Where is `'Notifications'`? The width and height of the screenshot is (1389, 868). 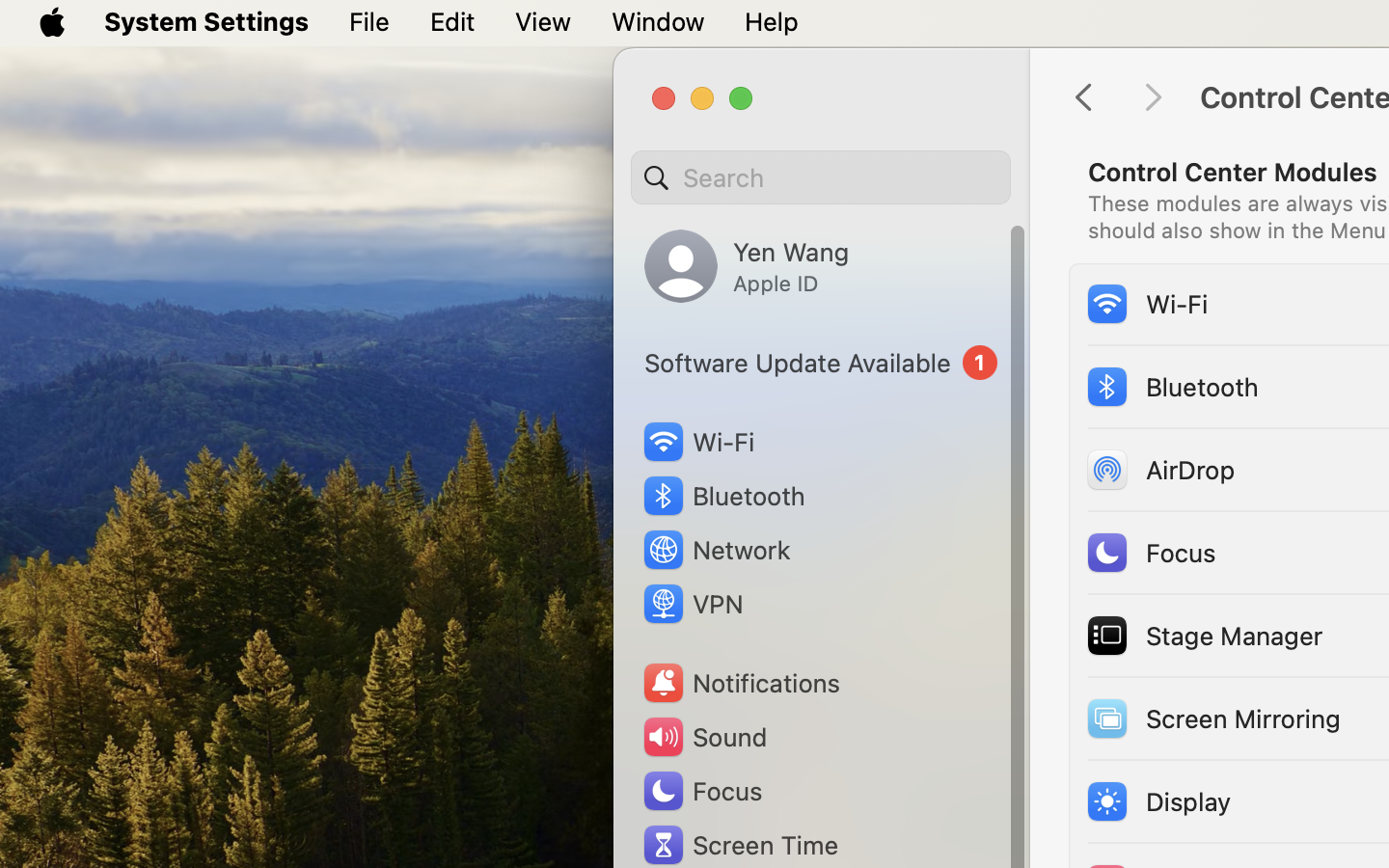 'Notifications' is located at coordinates (739, 682).